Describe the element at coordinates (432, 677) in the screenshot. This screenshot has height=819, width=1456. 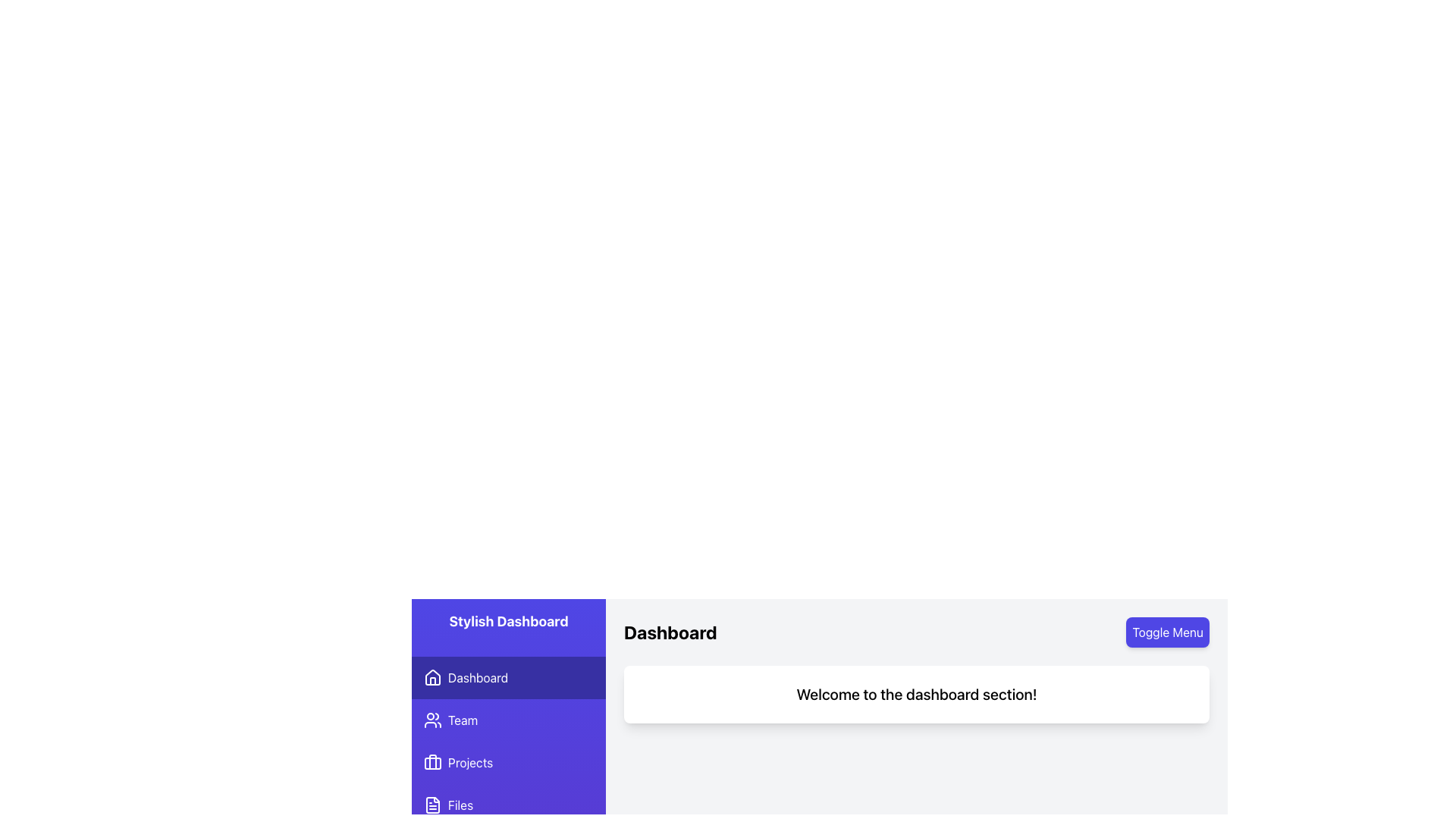
I see `the house icon located in the sidebar menu next to the 'Dashboard' text, which features a minimalistic design with a purple background` at that location.